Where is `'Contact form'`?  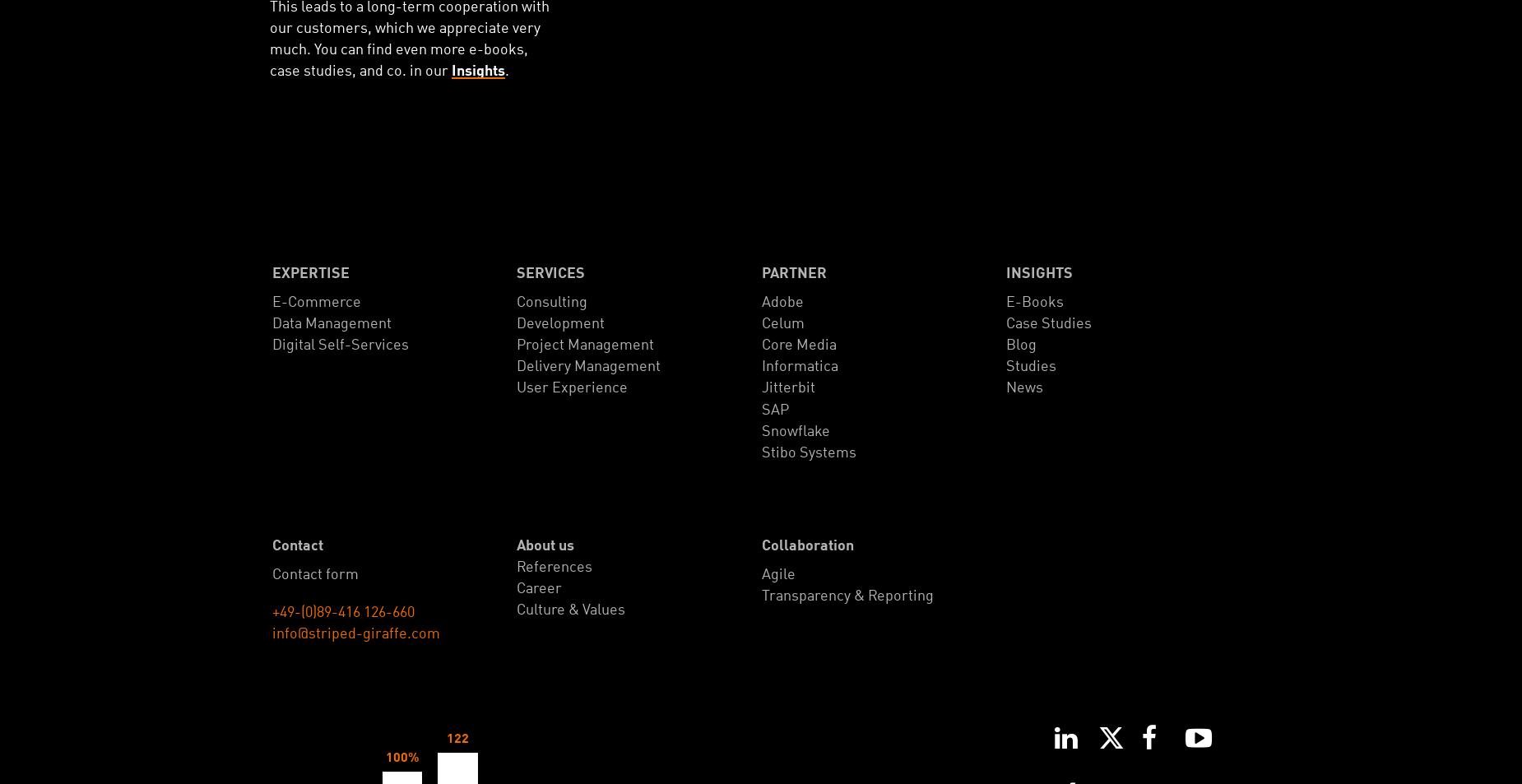
'Contact form' is located at coordinates (314, 575).